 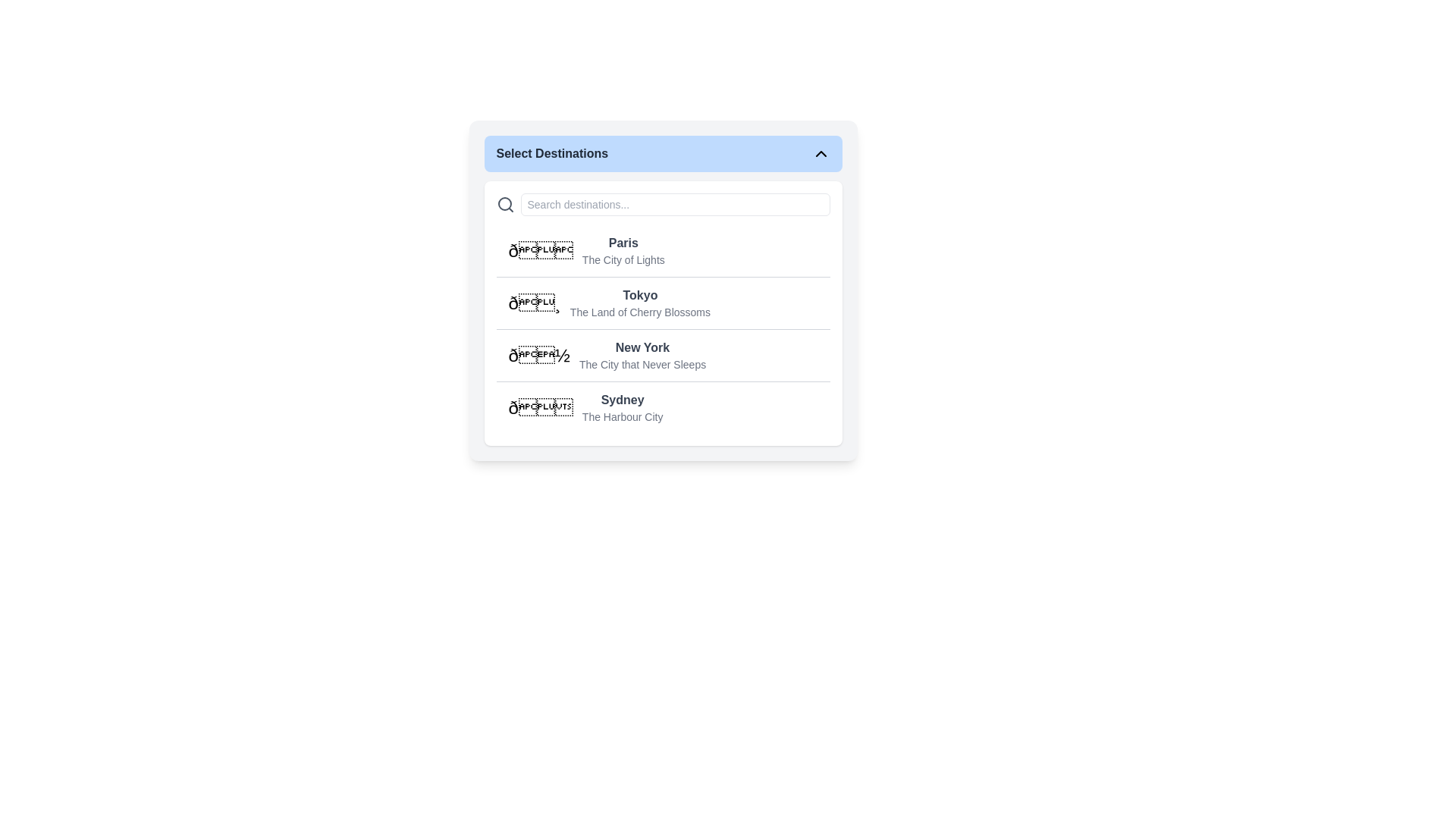 What do you see at coordinates (623, 250) in the screenshot?
I see `on the list item labeled 'Paris'` at bounding box center [623, 250].